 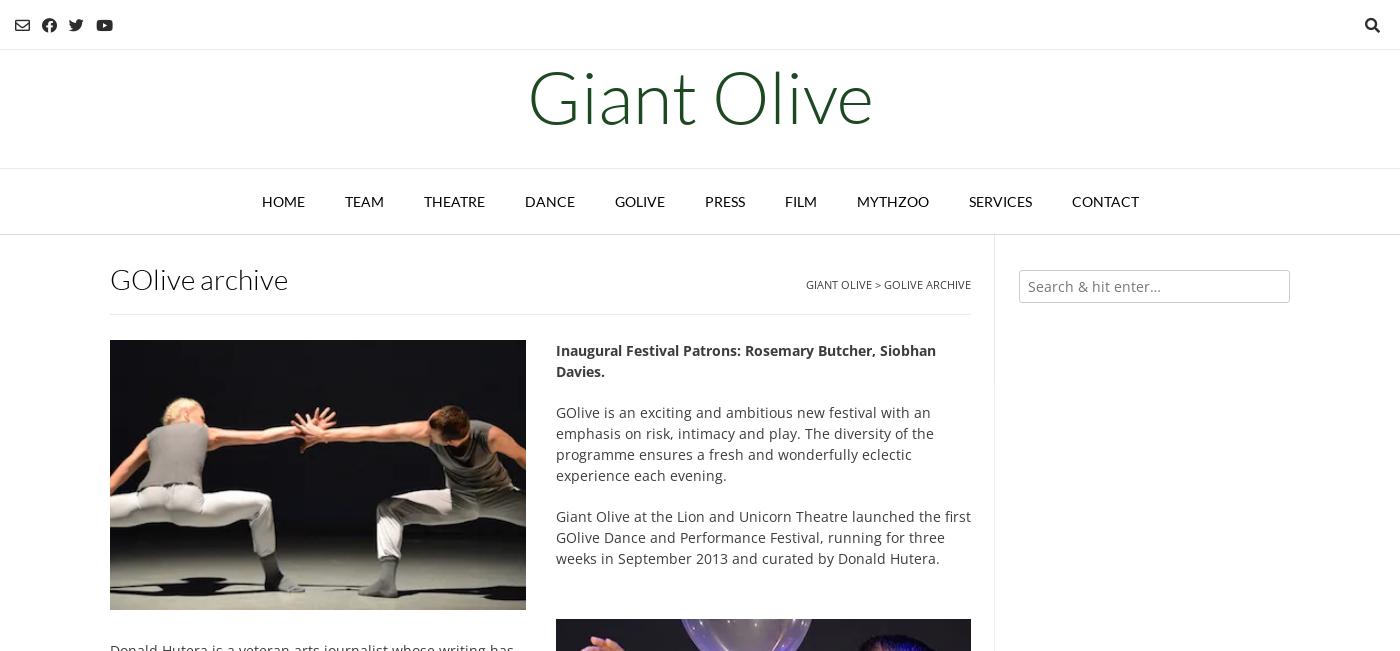 I want to click on 'Inaugural Festival Patrons: Rosemary Butcher, Siobhan Davies.', so click(x=554, y=360).